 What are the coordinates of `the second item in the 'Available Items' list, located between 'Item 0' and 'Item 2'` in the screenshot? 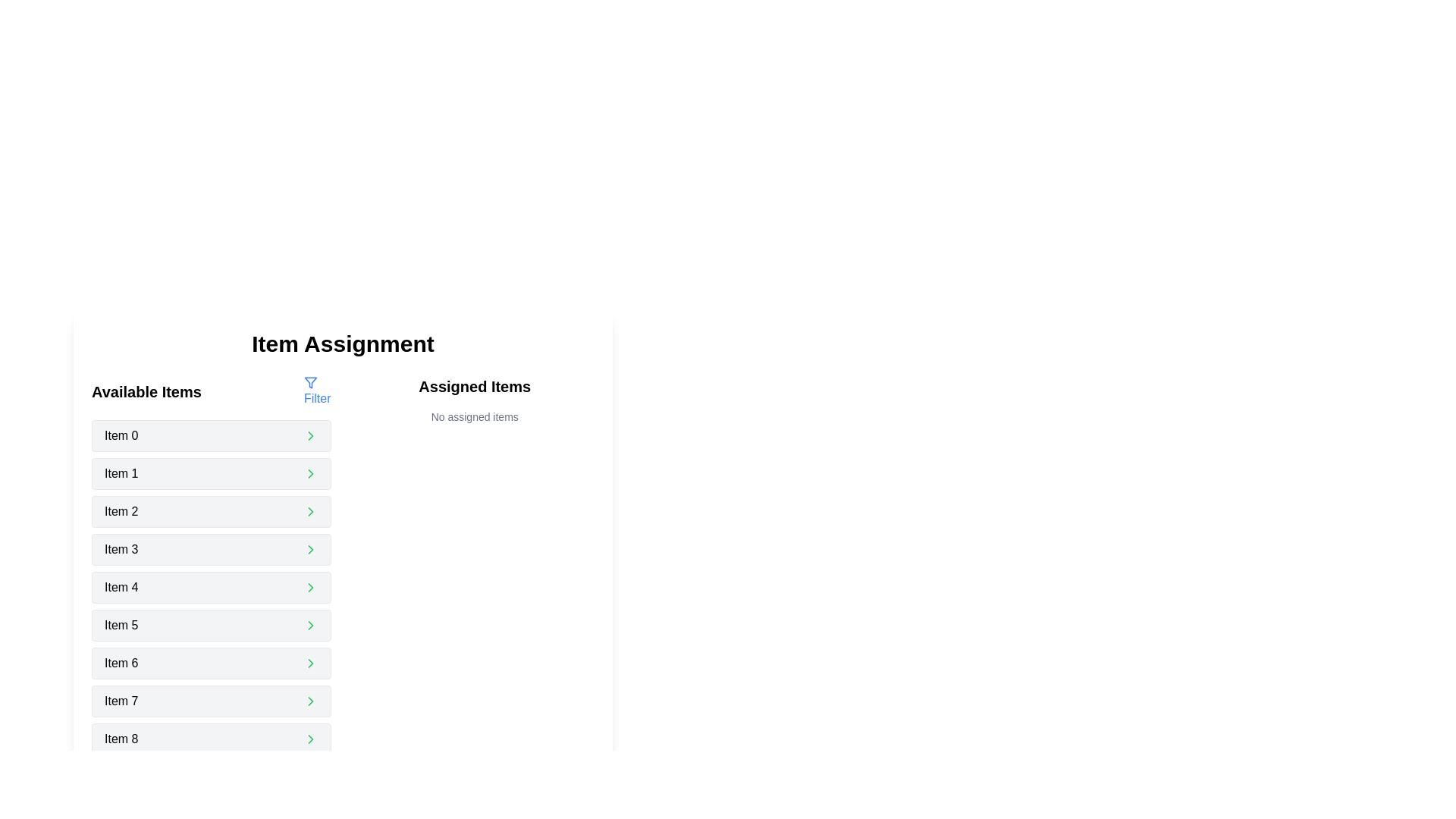 It's located at (210, 472).